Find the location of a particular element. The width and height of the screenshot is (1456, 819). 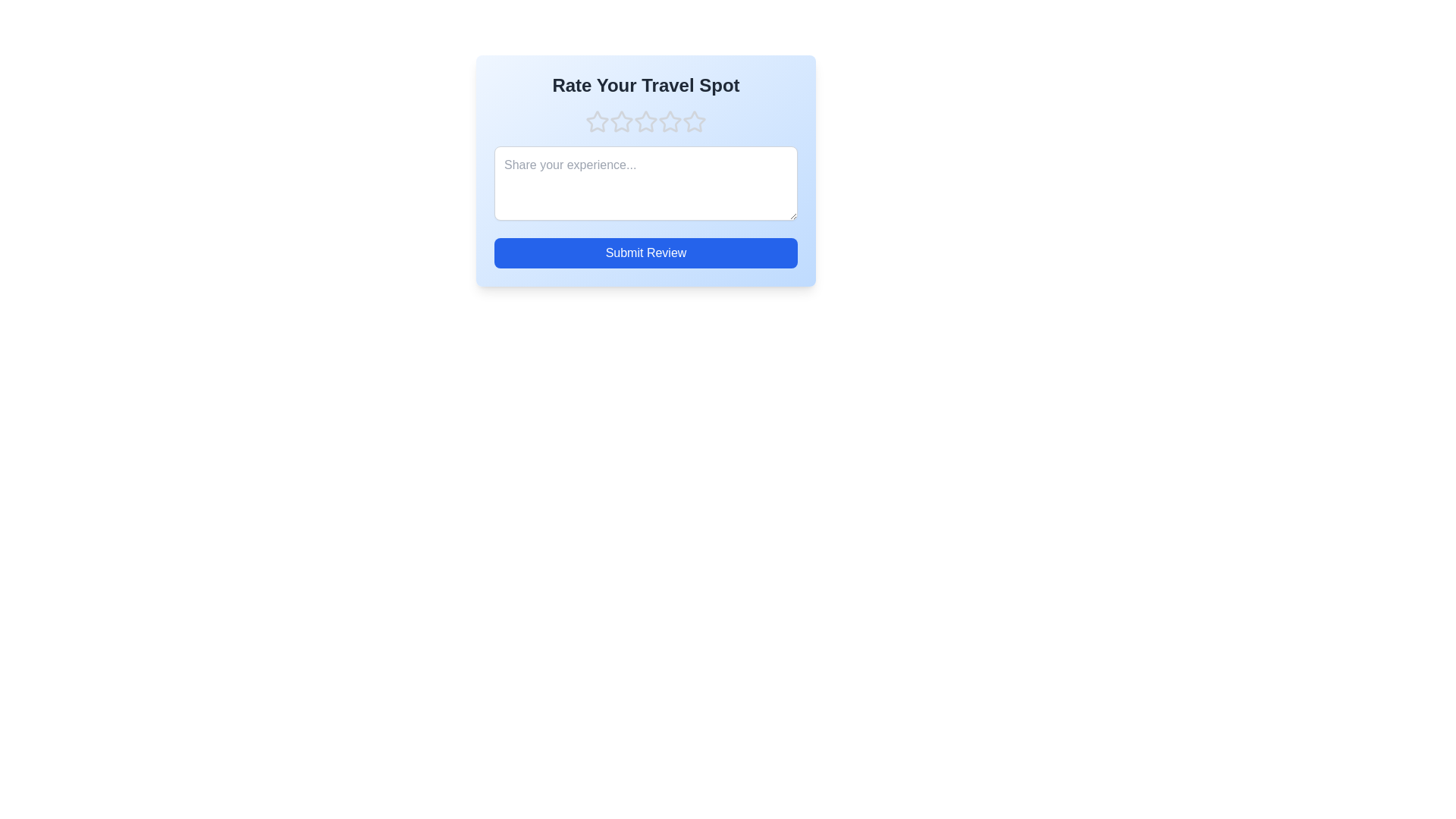

the travel spot rating to 4 stars by clicking on the corresponding star is located at coordinates (669, 121).